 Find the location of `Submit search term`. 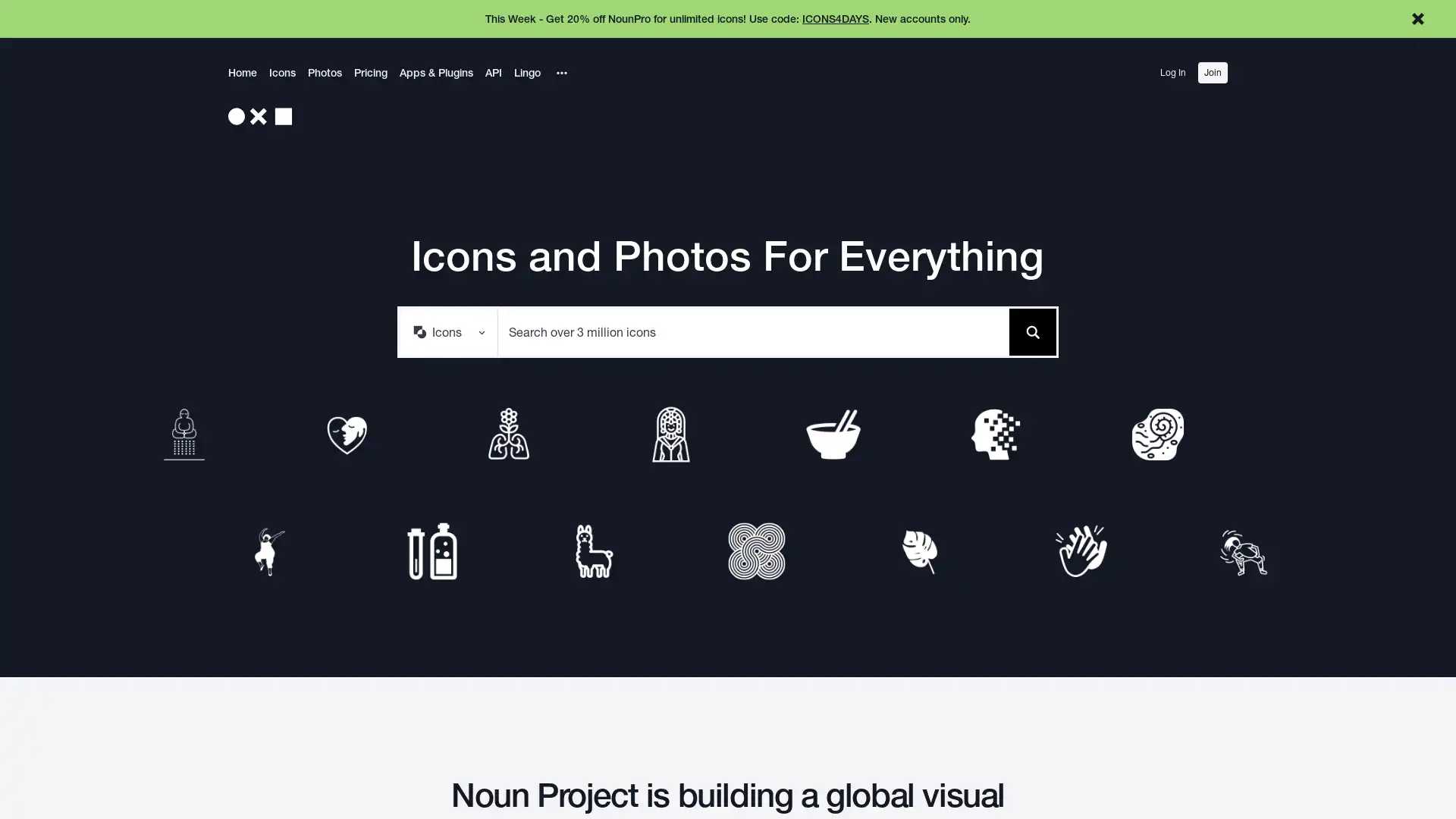

Submit search term is located at coordinates (1031, 330).